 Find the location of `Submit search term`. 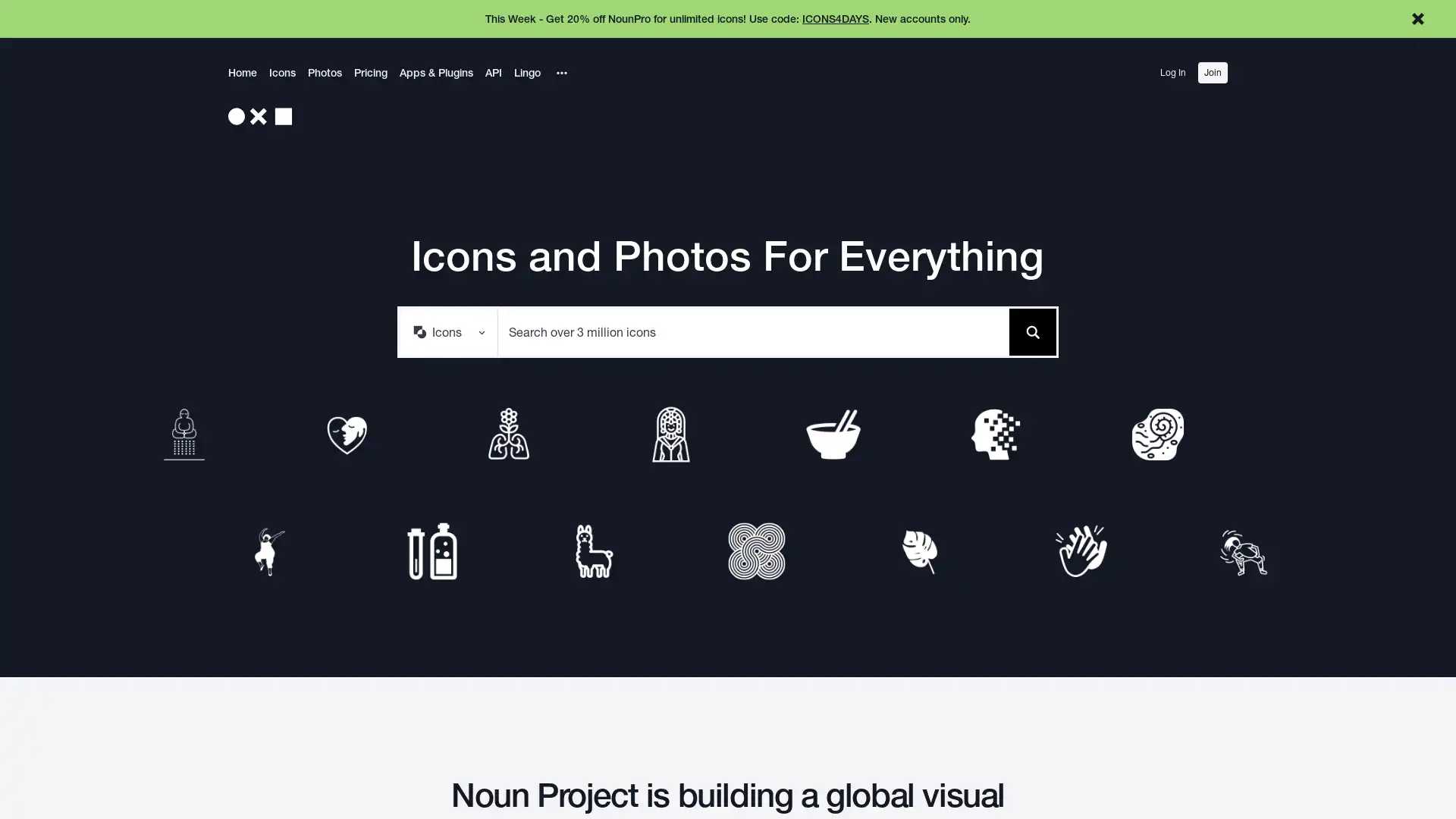

Submit search term is located at coordinates (1031, 330).